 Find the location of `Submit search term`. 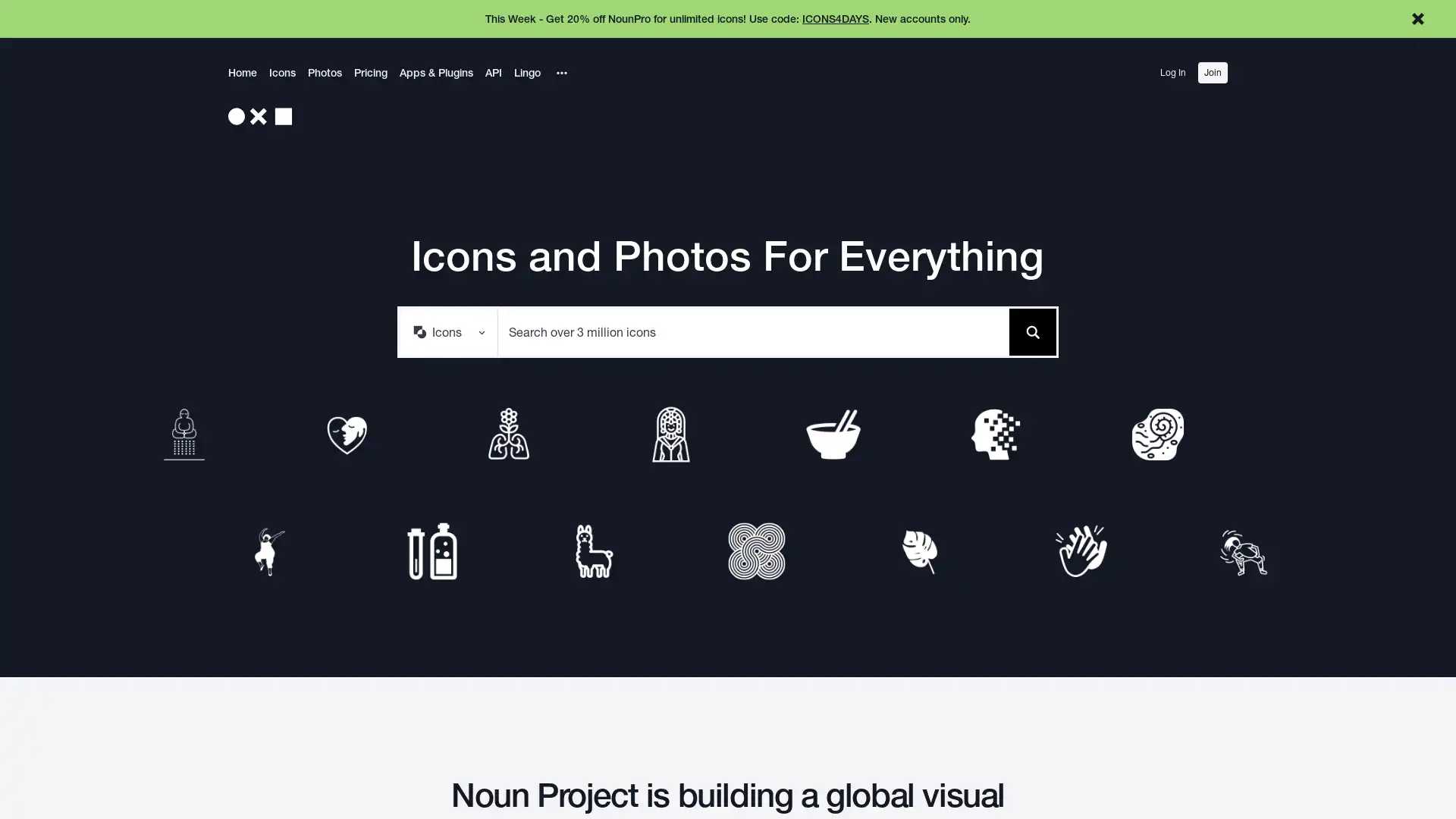

Submit search term is located at coordinates (1031, 330).